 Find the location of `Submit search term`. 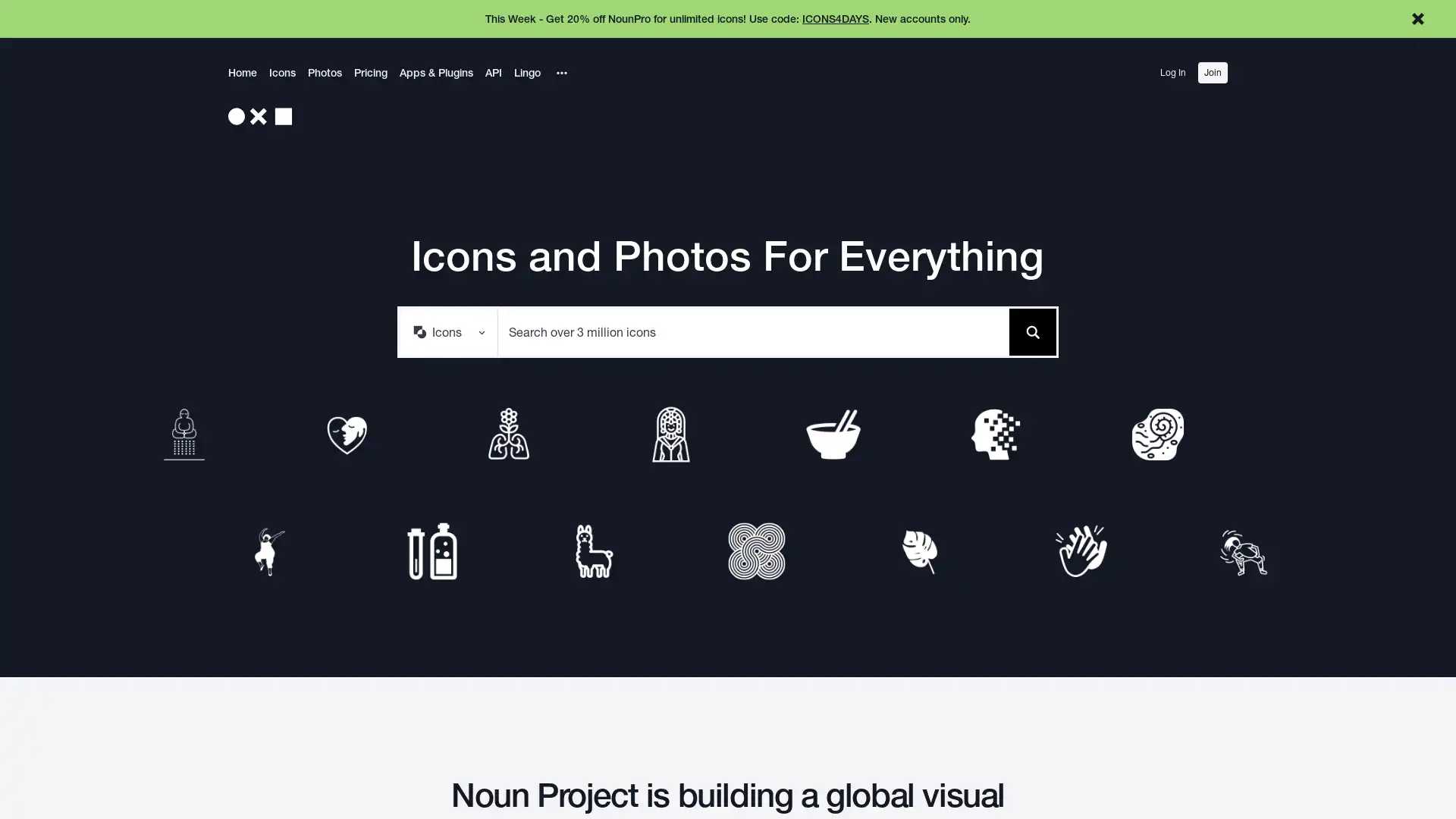

Submit search term is located at coordinates (1031, 330).